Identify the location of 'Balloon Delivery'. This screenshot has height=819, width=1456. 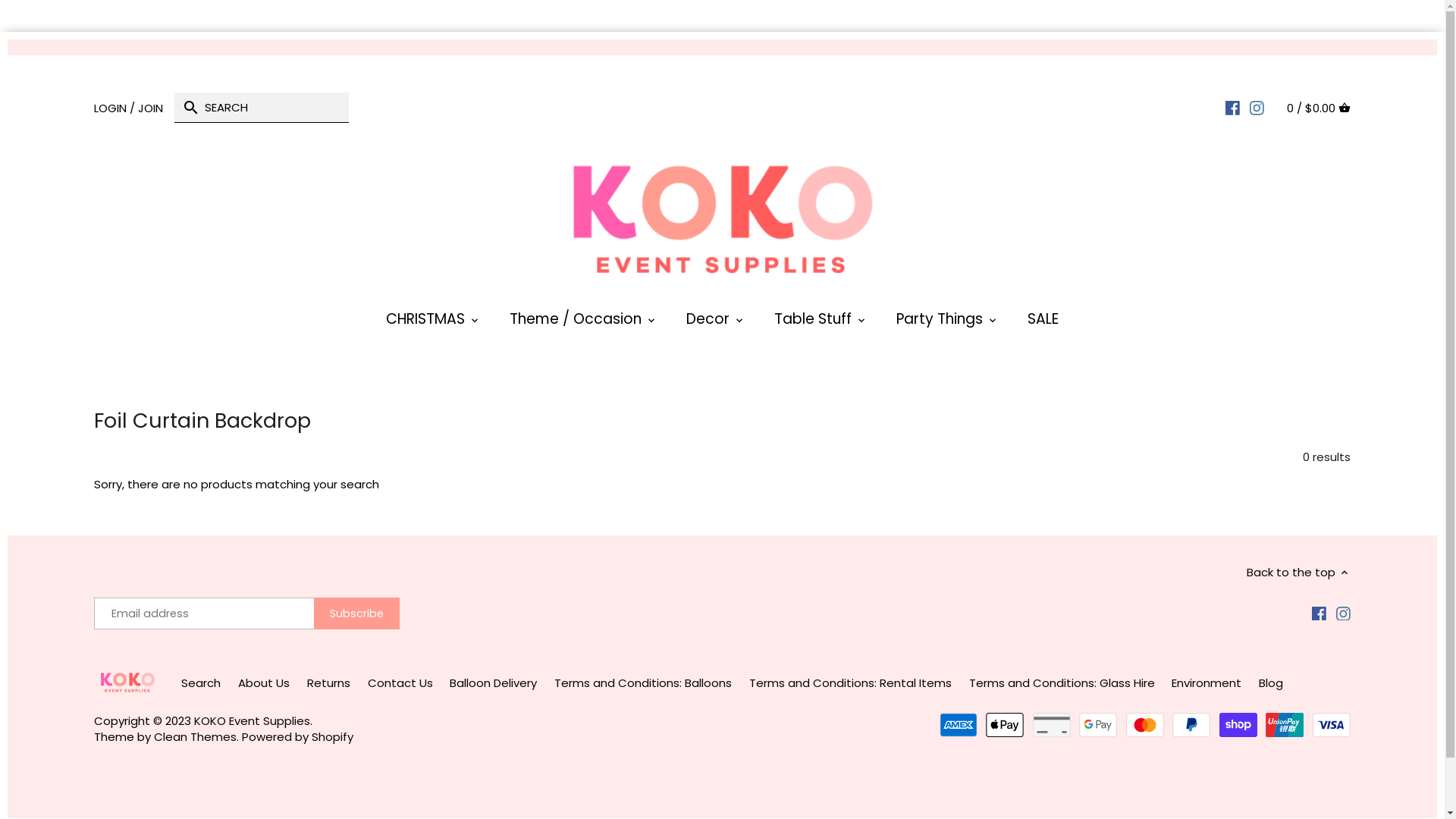
(493, 682).